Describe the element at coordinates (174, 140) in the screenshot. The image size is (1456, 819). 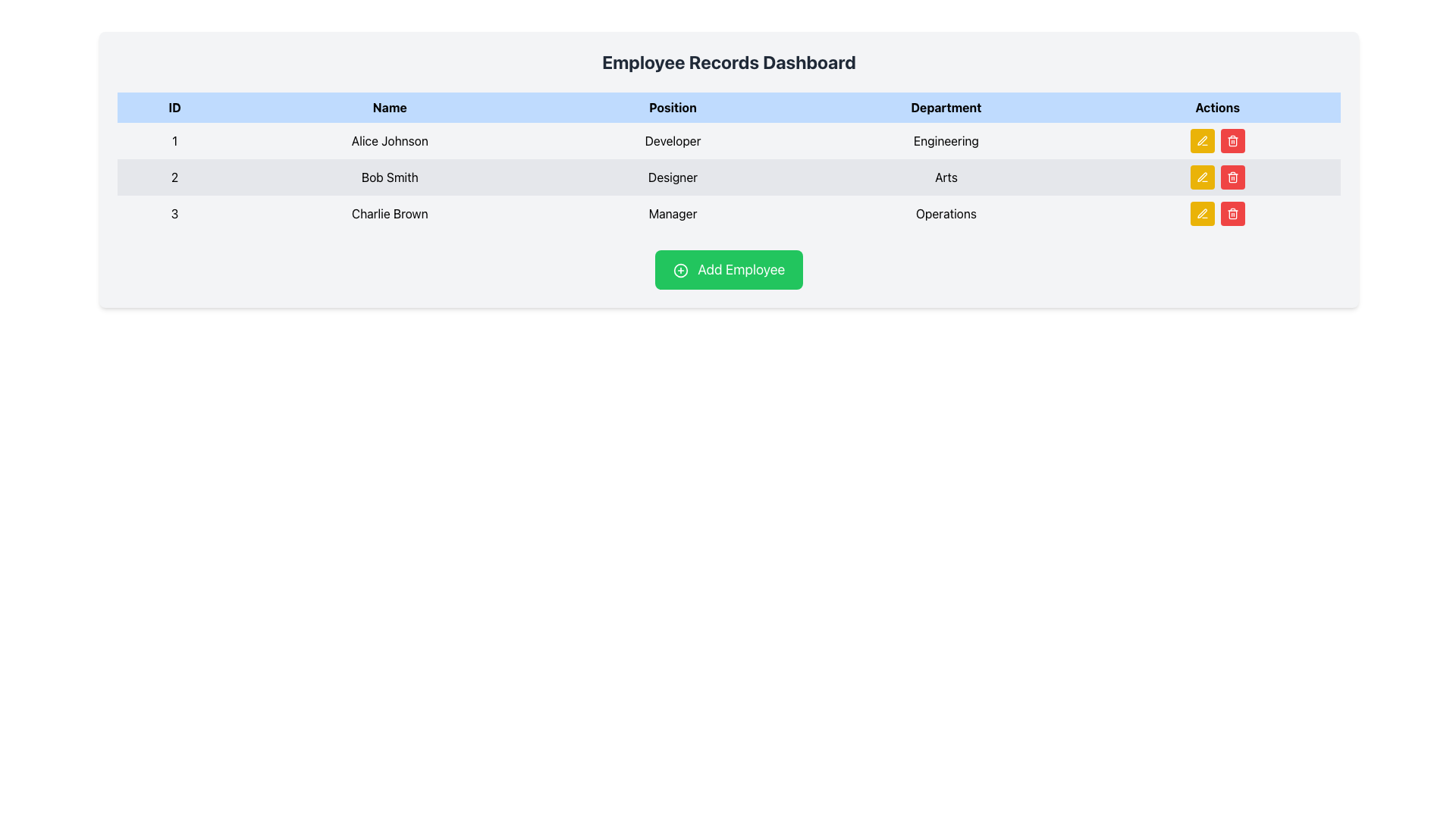
I see `the first cell` at that location.